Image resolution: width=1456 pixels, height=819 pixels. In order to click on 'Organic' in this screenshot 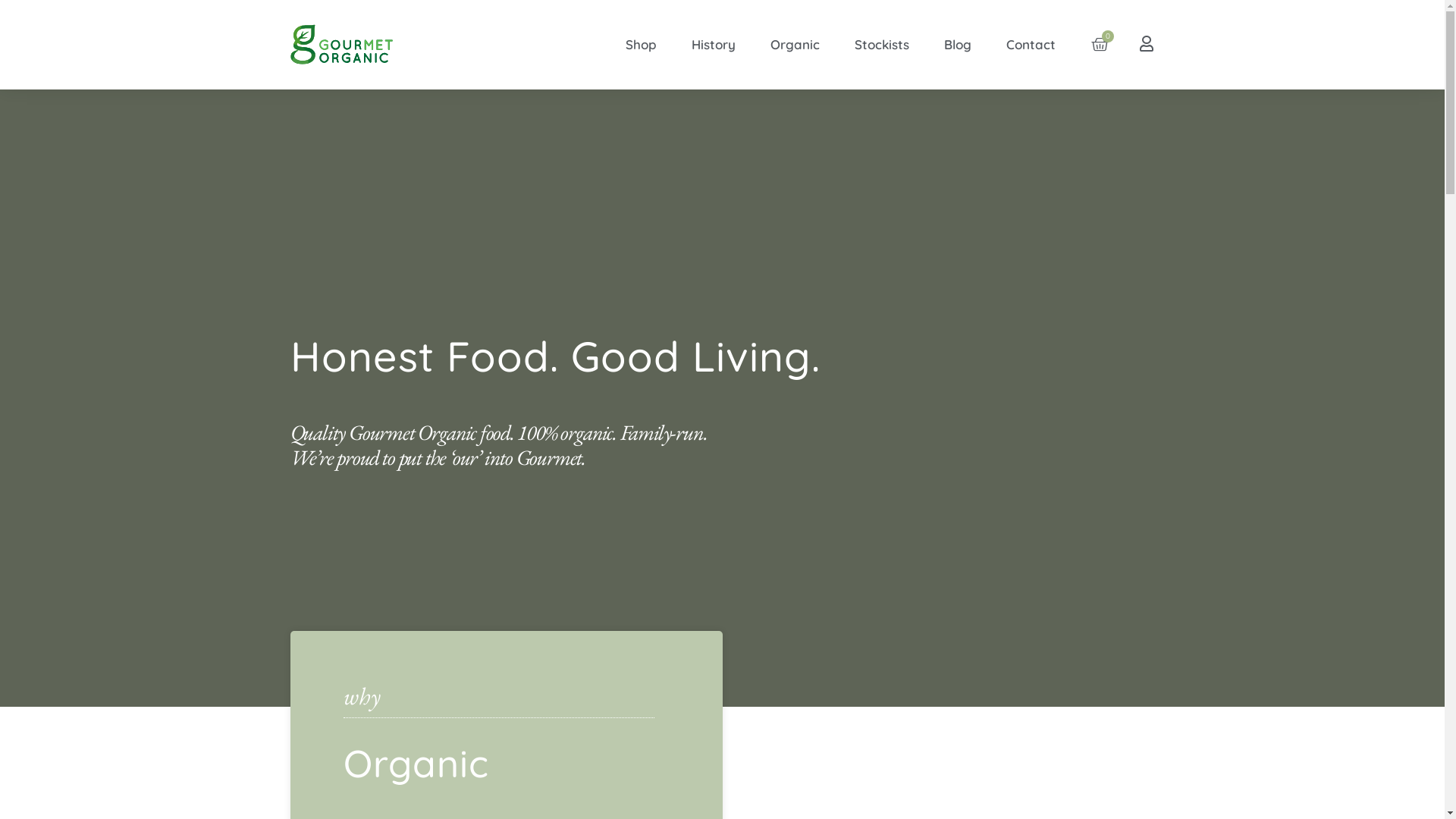, I will do `click(794, 43)`.